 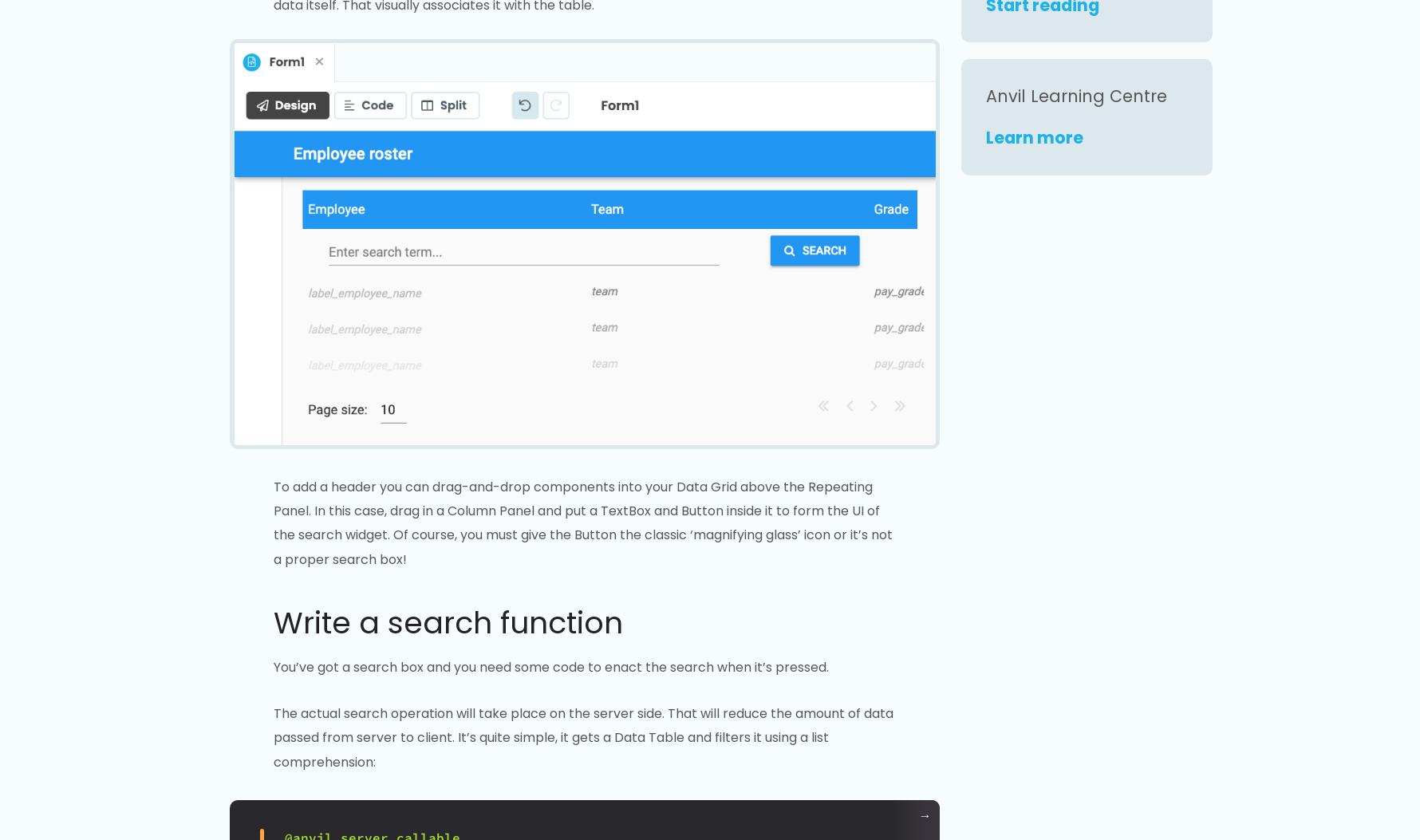 What do you see at coordinates (534, 302) in the screenshot?
I see `':'` at bounding box center [534, 302].